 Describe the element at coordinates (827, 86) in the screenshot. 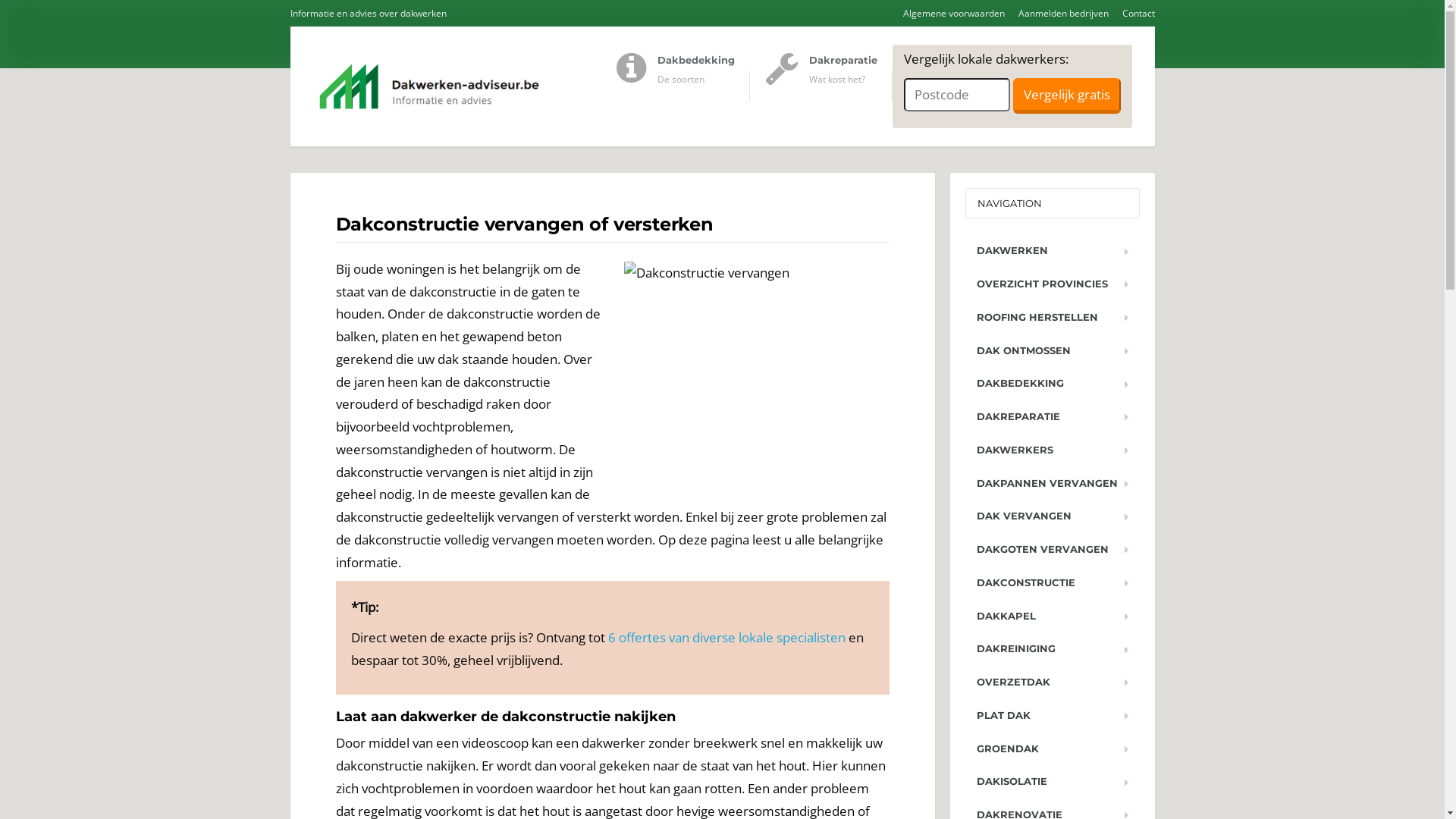

I see `'Dakreparatie` at that location.